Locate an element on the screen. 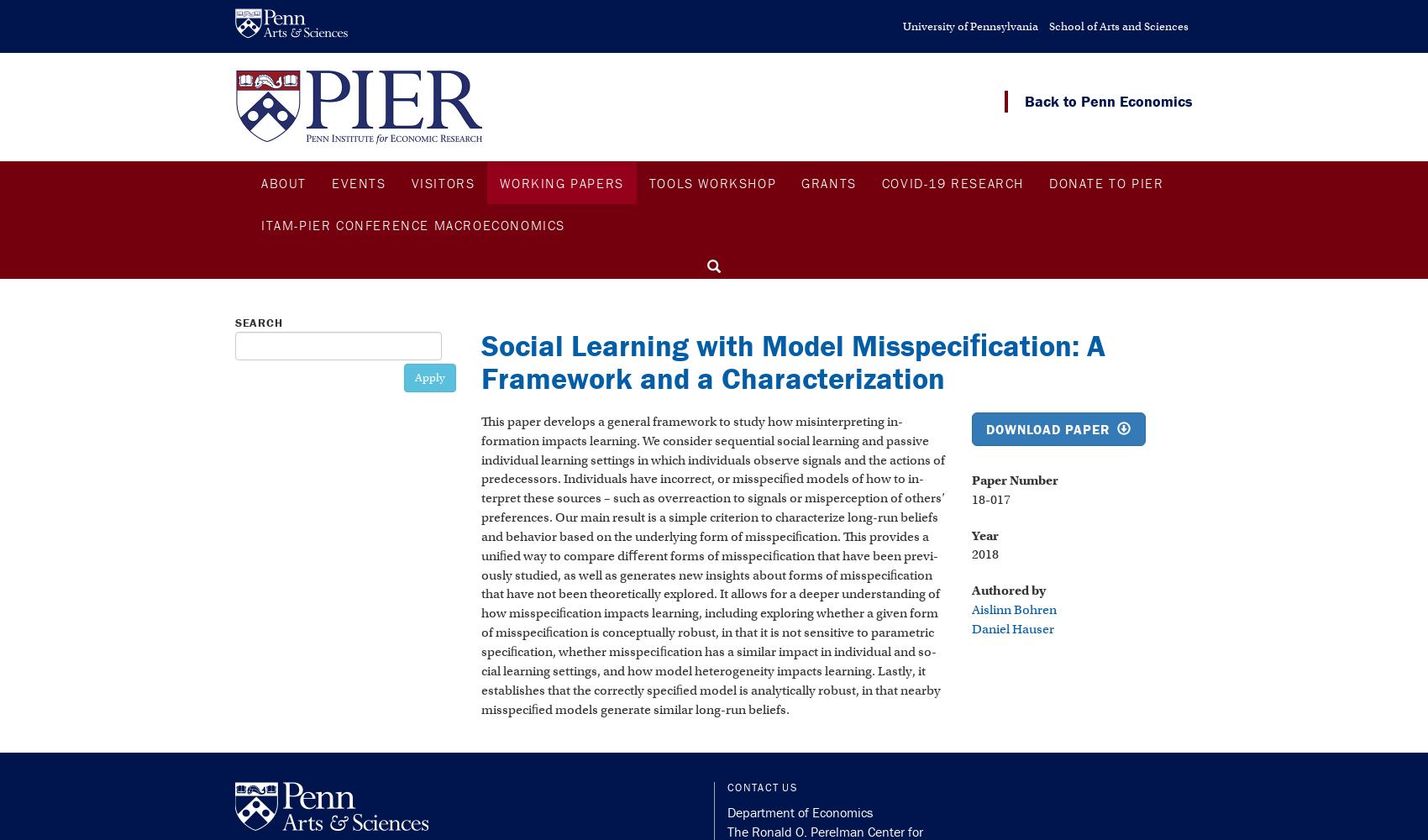 This screenshot has height=840, width=1428. 'Daniel Hauser' is located at coordinates (1011, 627).